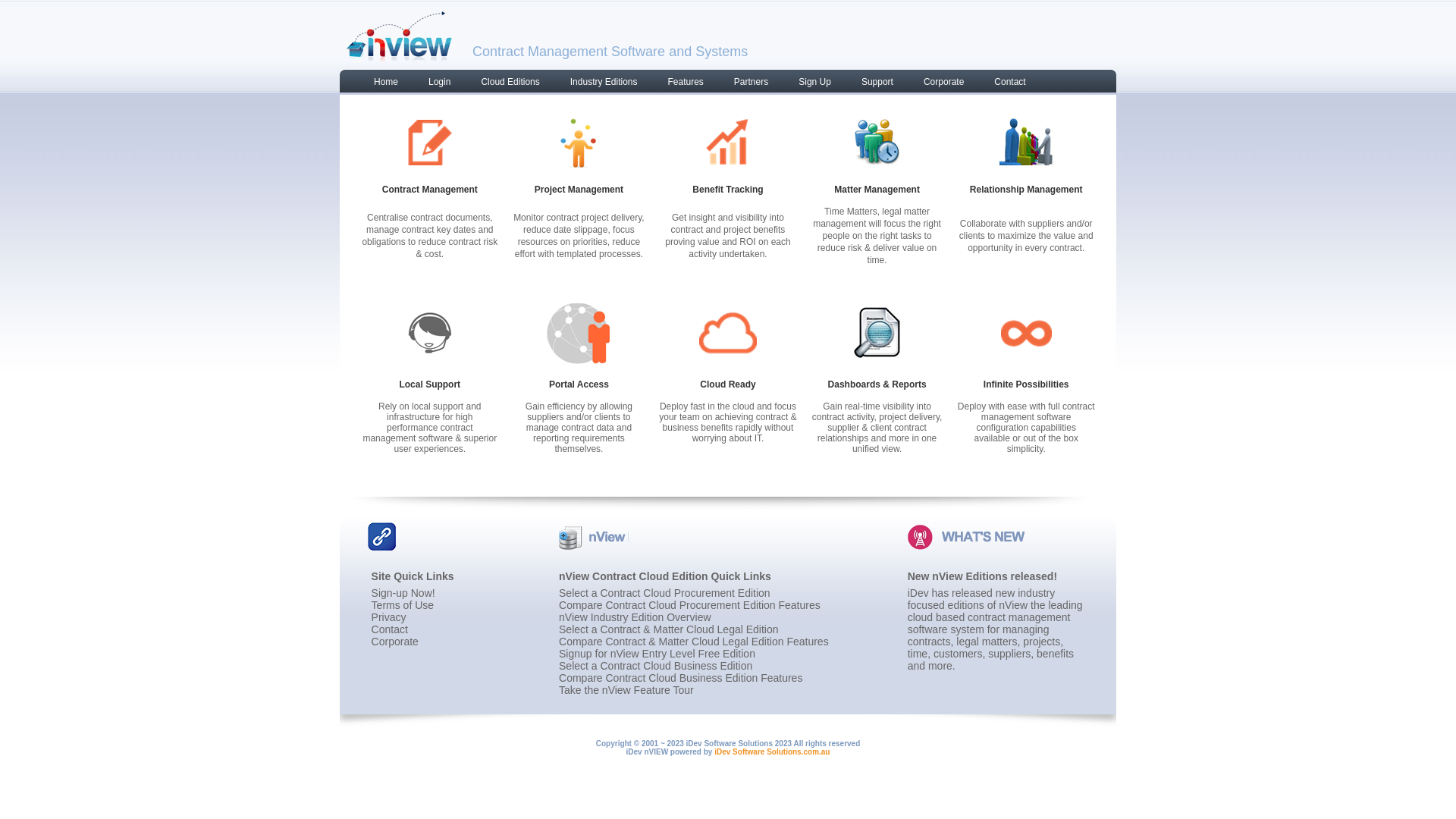  I want to click on 'Select a Contract & Matter Cloud Legal Edition', so click(668, 629).